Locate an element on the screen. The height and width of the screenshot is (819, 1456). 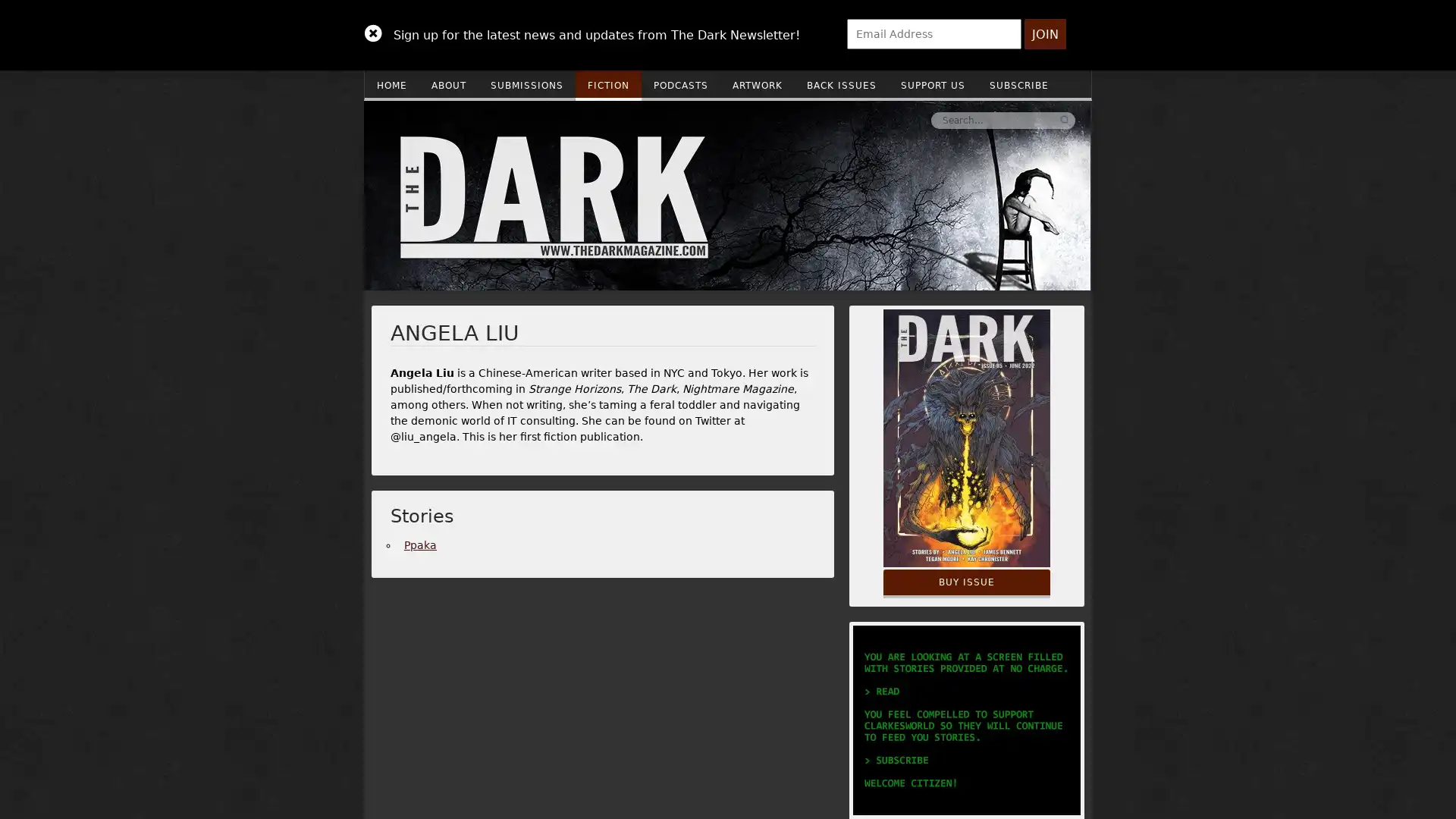
Search is located at coordinates (836, 119).